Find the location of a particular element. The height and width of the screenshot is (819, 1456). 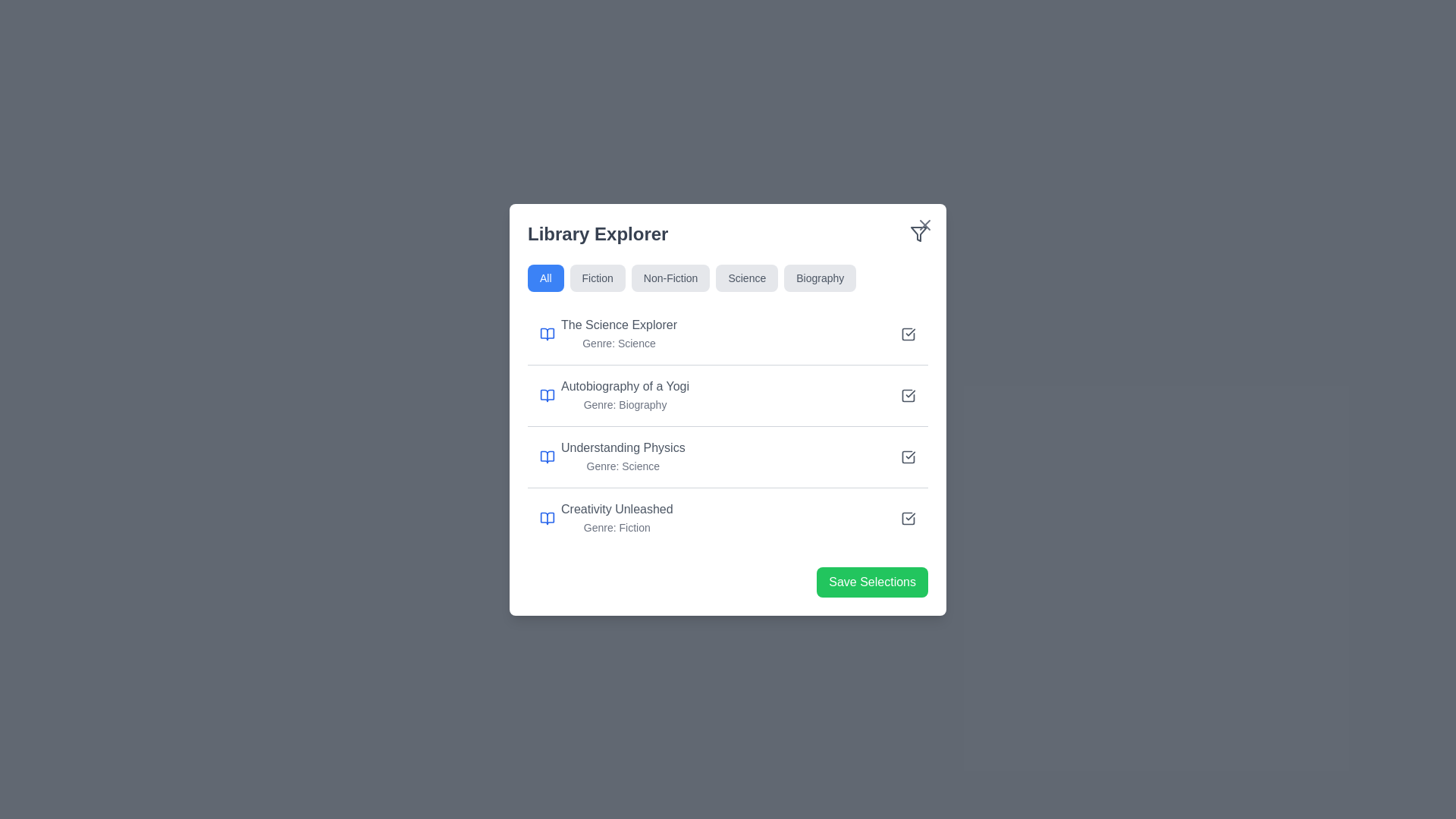

the book icon representing the 'Creativity Unleashed' item located at the bottom of the list in the content section of the card is located at coordinates (546, 517).